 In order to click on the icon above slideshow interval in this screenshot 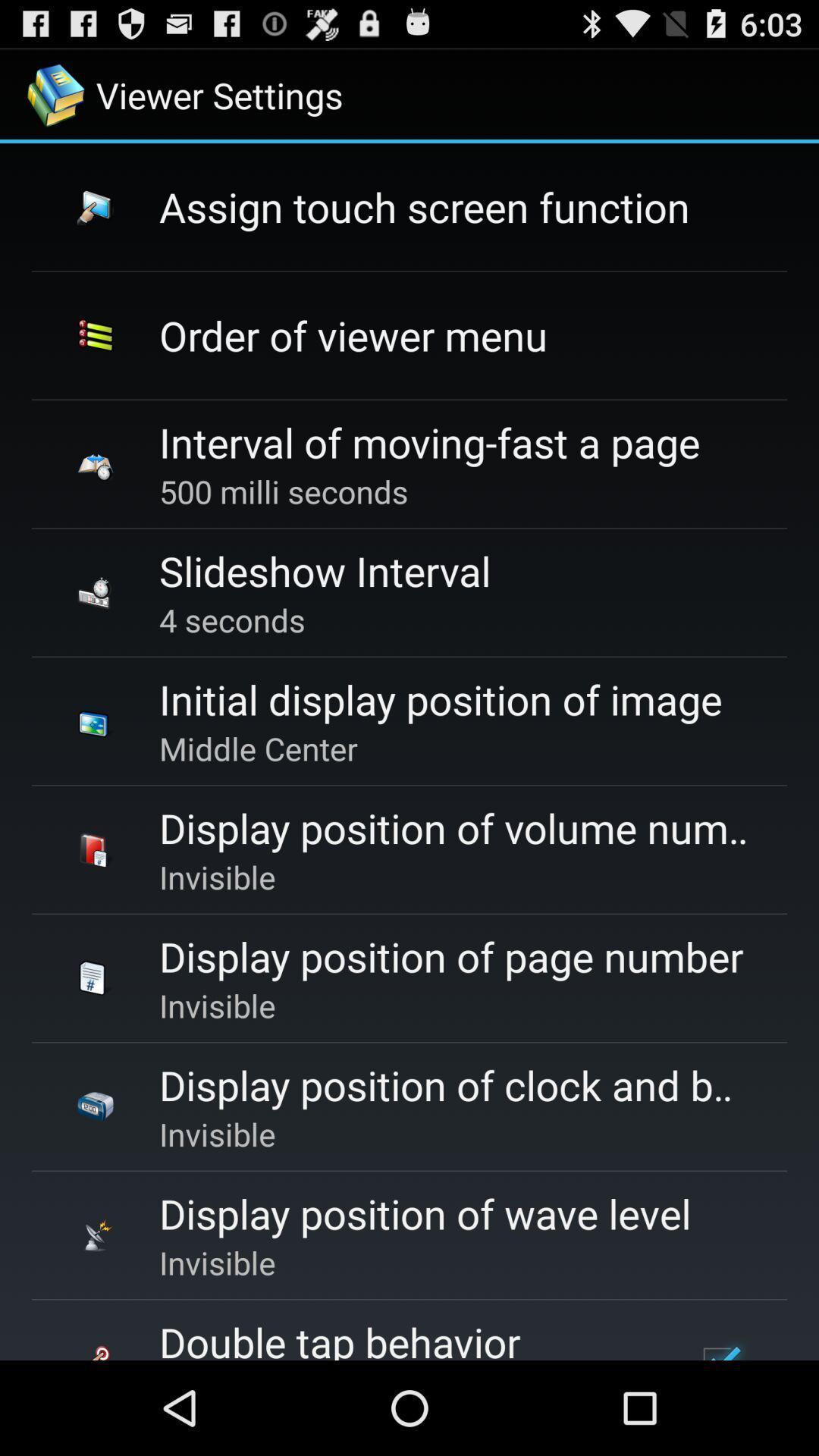, I will do `click(284, 491)`.